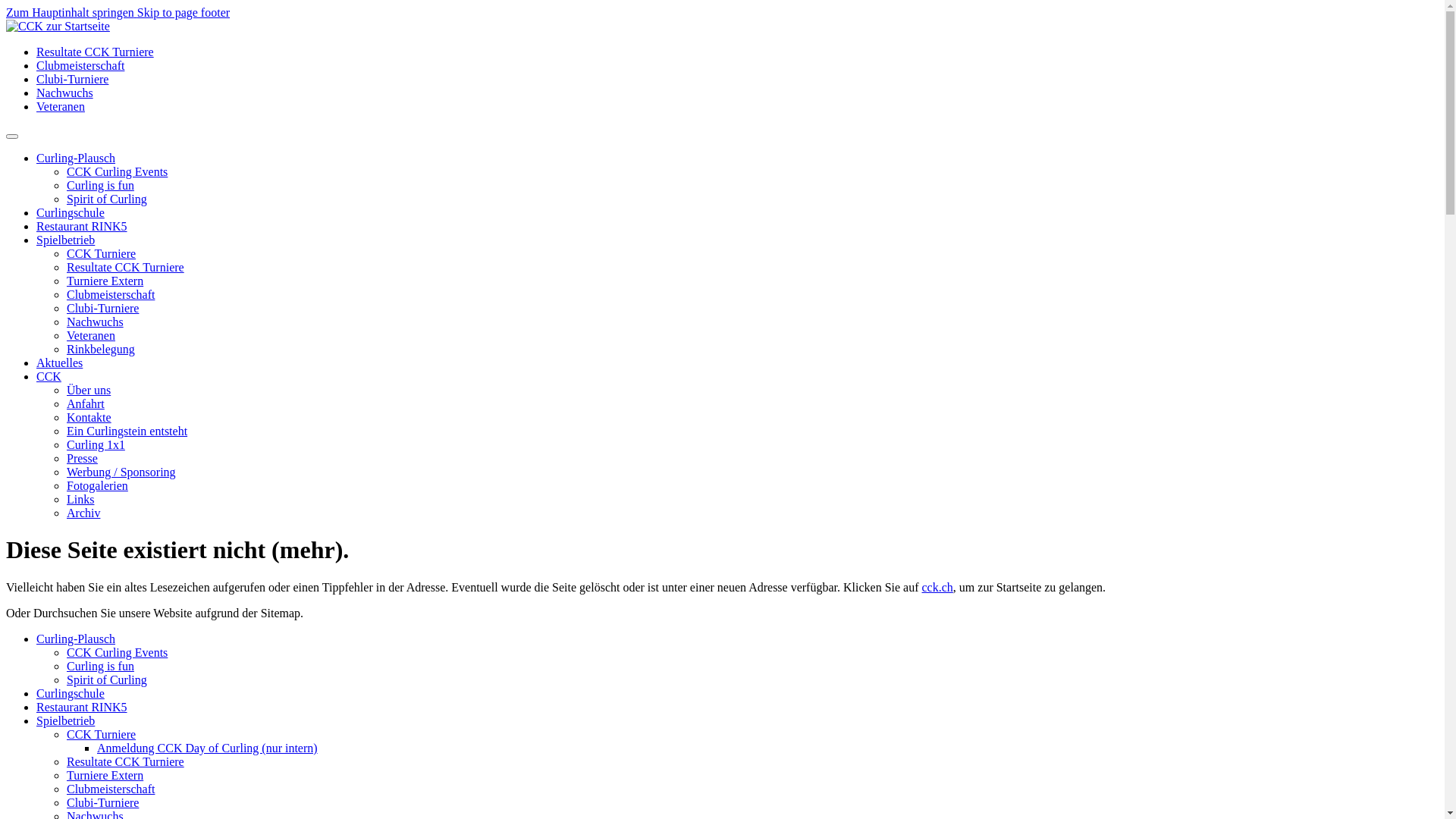  What do you see at coordinates (64, 720) in the screenshot?
I see `'Spielbetrieb'` at bounding box center [64, 720].